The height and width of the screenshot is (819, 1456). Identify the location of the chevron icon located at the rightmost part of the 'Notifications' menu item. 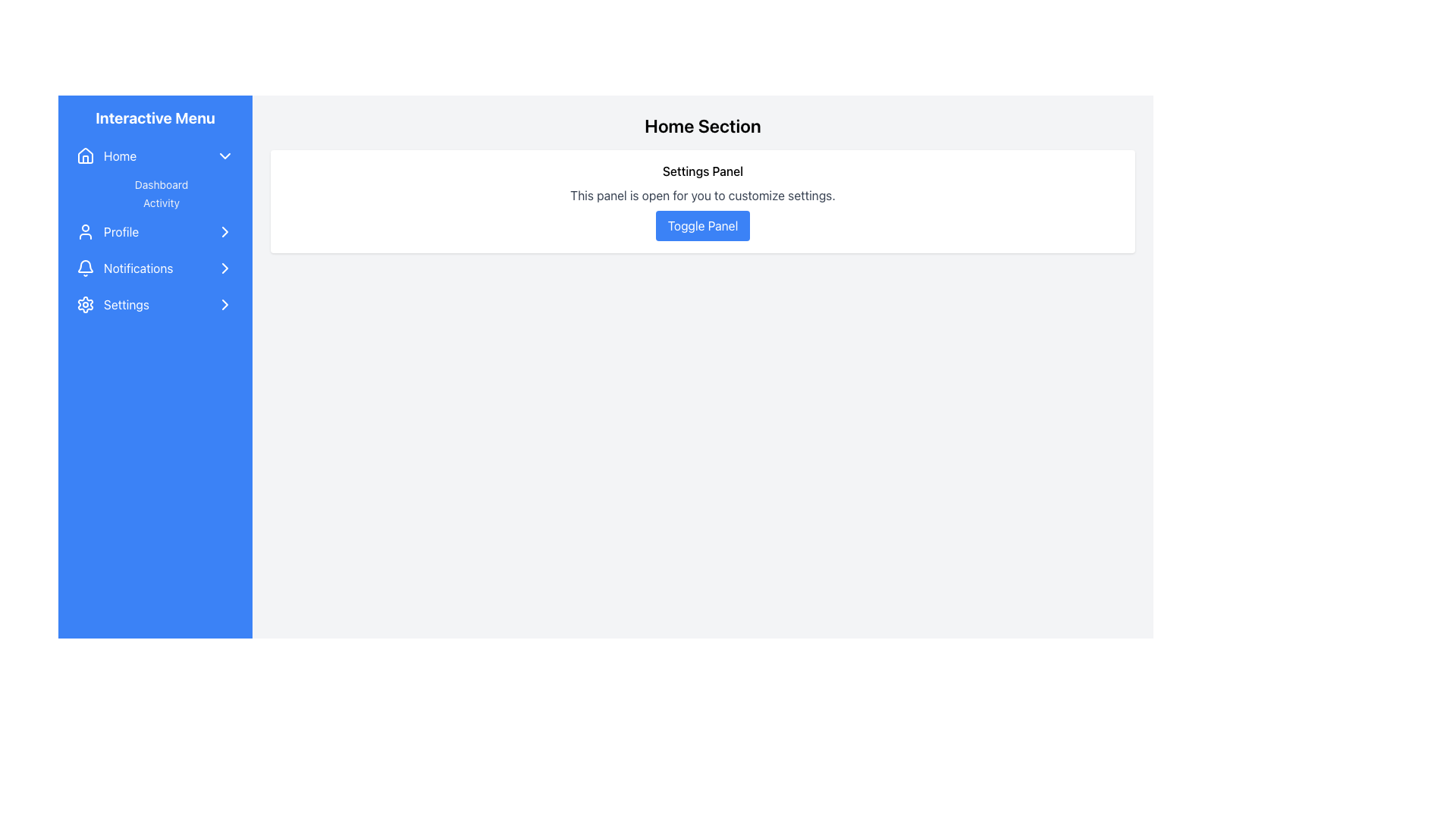
(224, 268).